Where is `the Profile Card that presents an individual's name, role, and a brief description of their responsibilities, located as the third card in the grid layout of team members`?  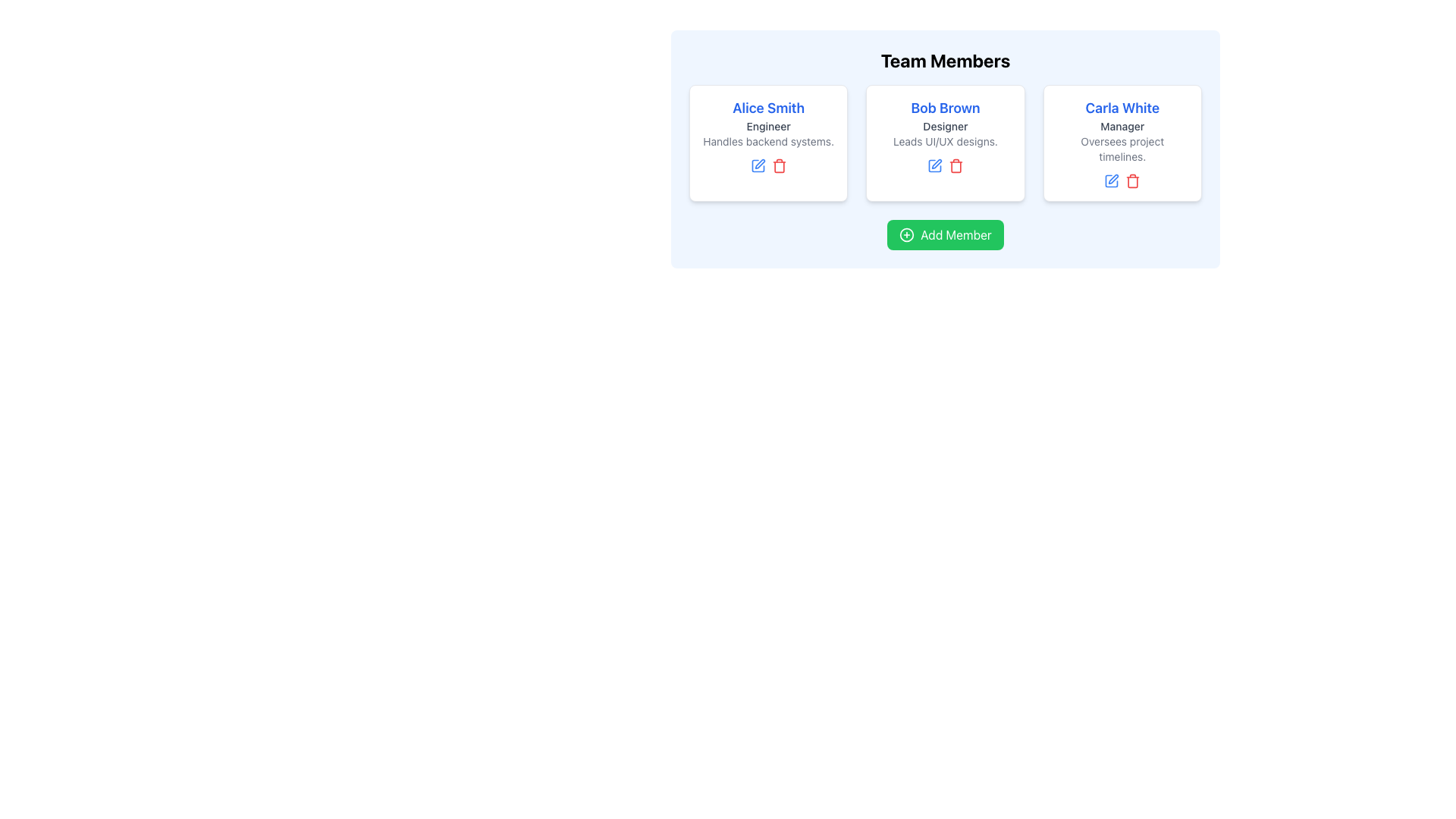
the Profile Card that presents an individual's name, role, and a brief description of their responsibilities, located as the third card in the grid layout of team members is located at coordinates (1122, 143).